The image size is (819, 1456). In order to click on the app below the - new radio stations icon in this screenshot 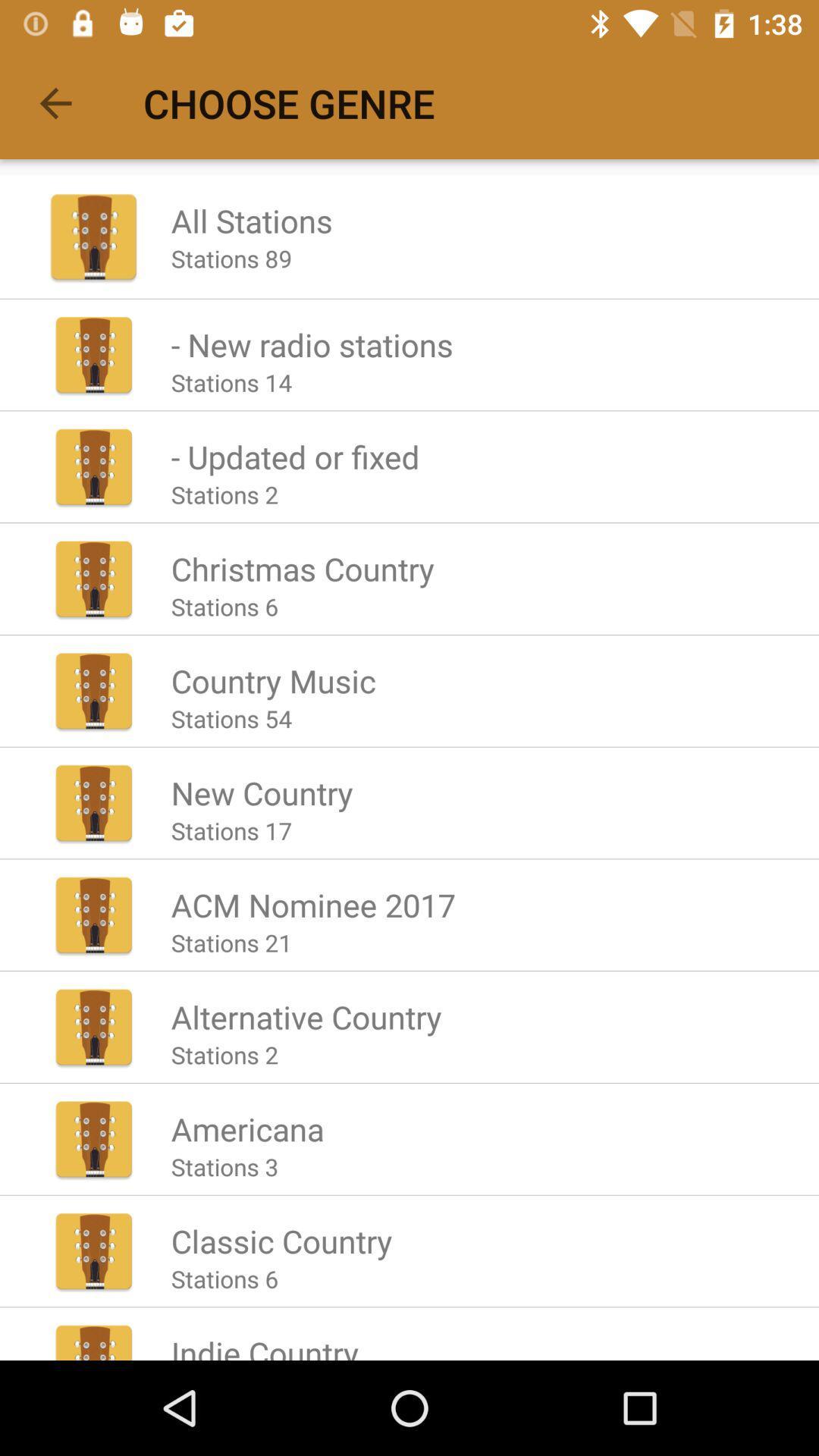, I will do `click(231, 382)`.